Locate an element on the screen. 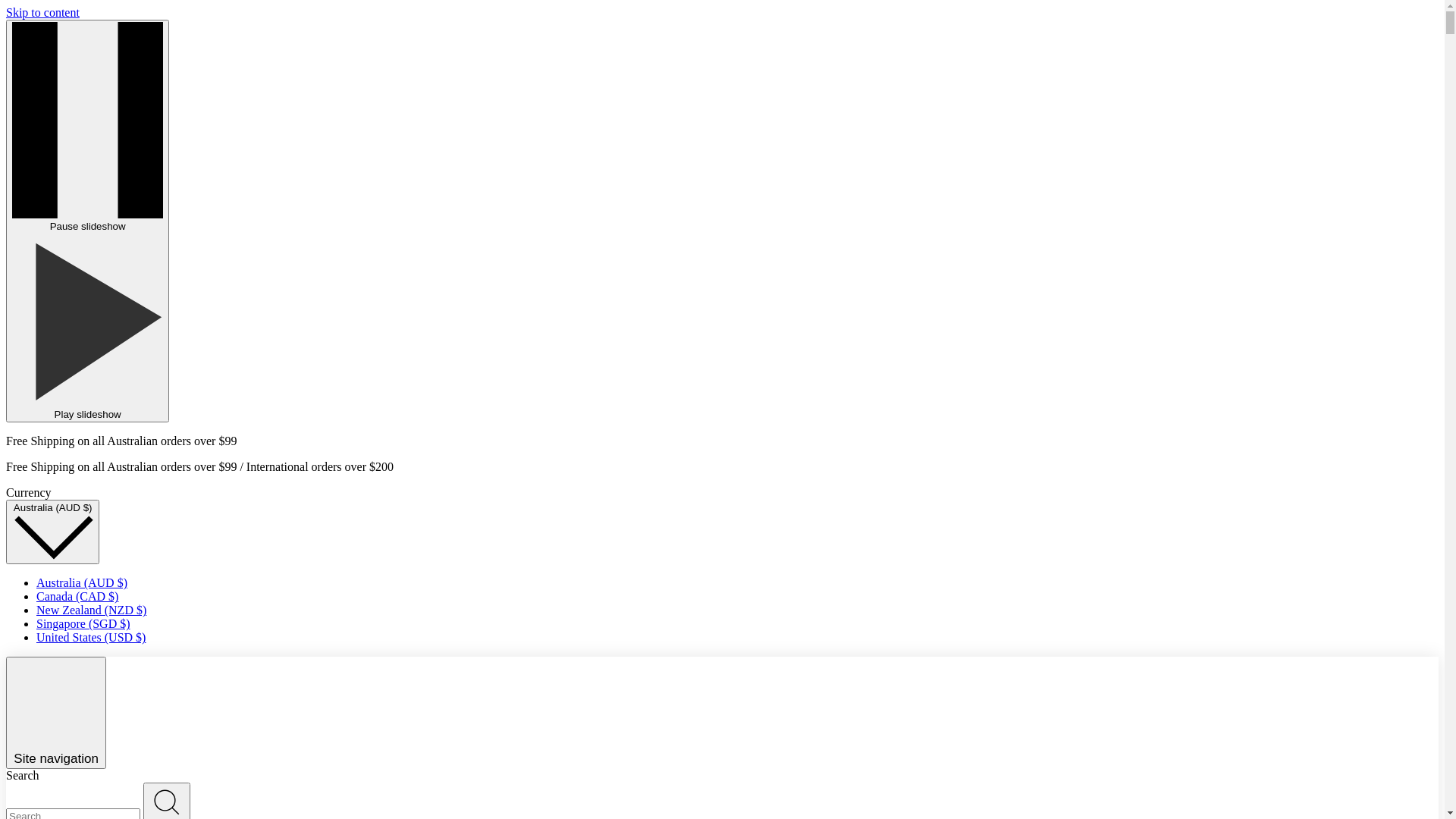 The image size is (1456, 819). 'United States (USD $)' is located at coordinates (90, 637).